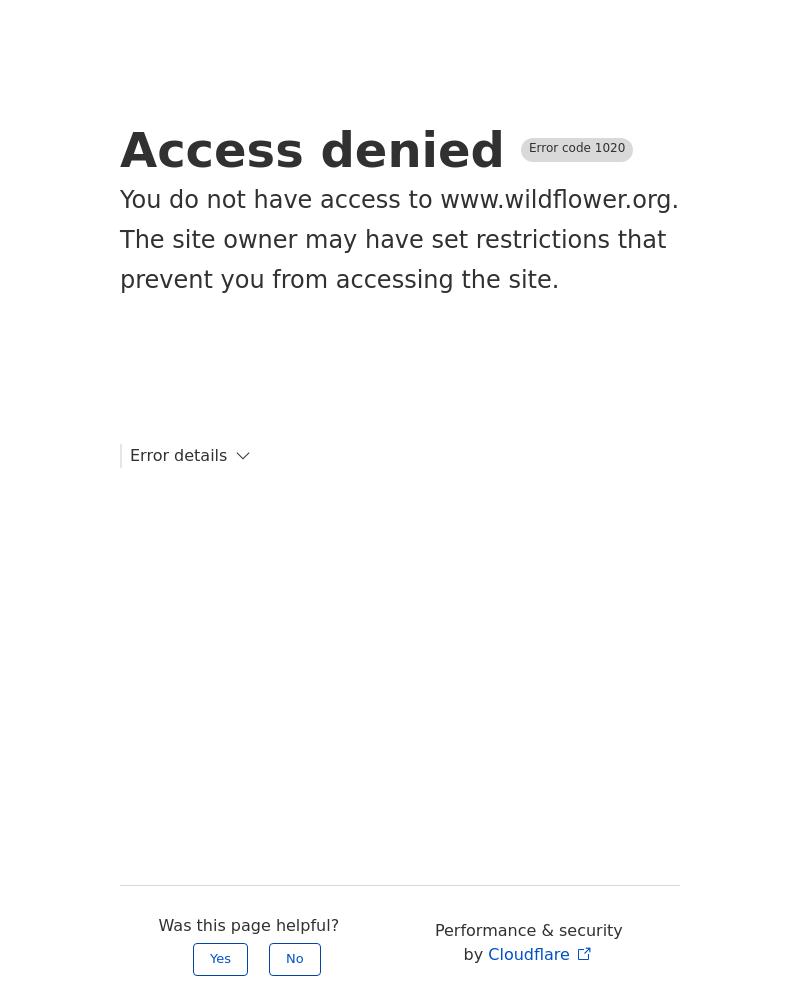  I want to click on 'Was this page helpful?', so click(247, 925).